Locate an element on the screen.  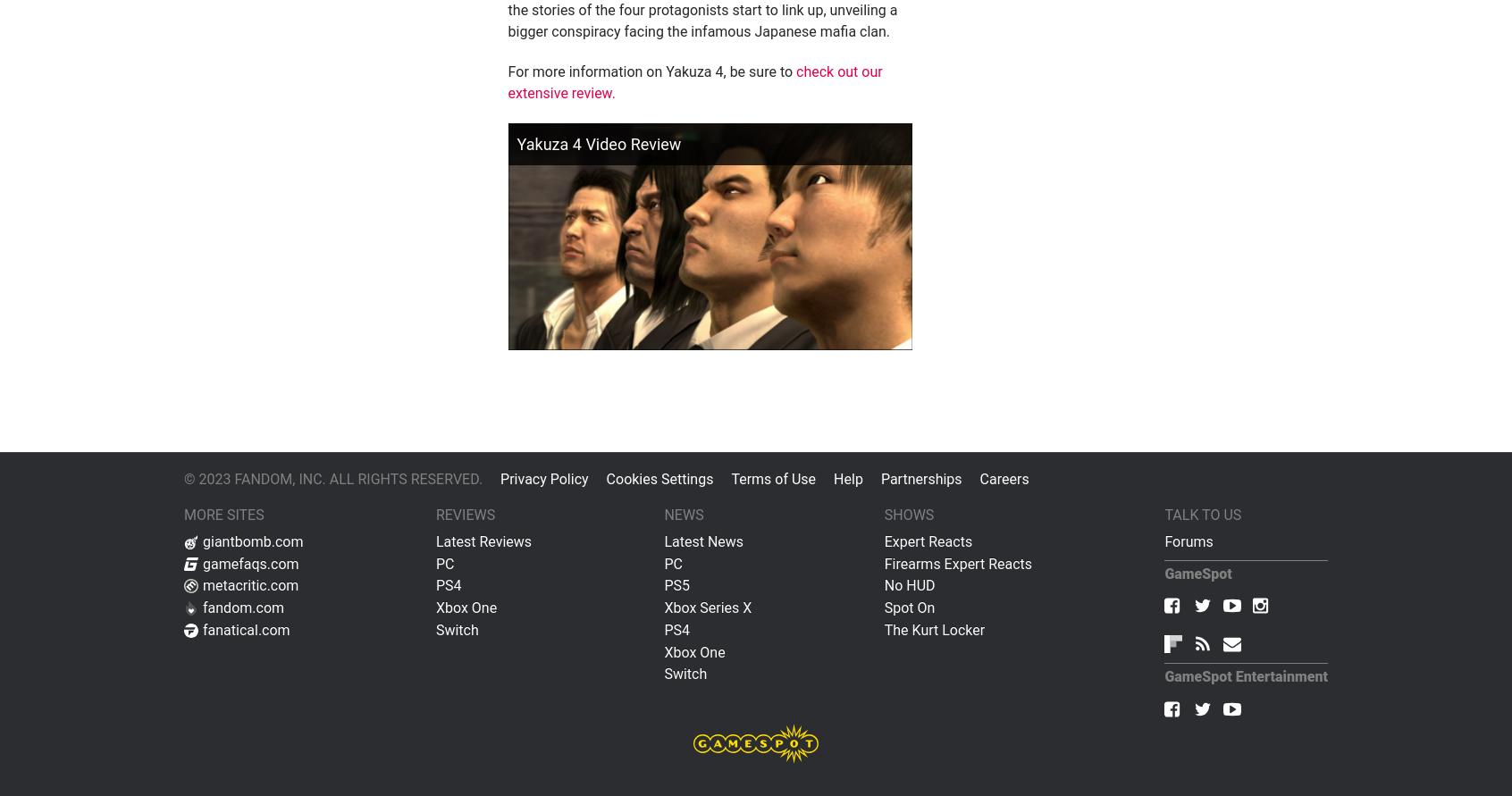
'fanatical.com' is located at coordinates (246, 628).